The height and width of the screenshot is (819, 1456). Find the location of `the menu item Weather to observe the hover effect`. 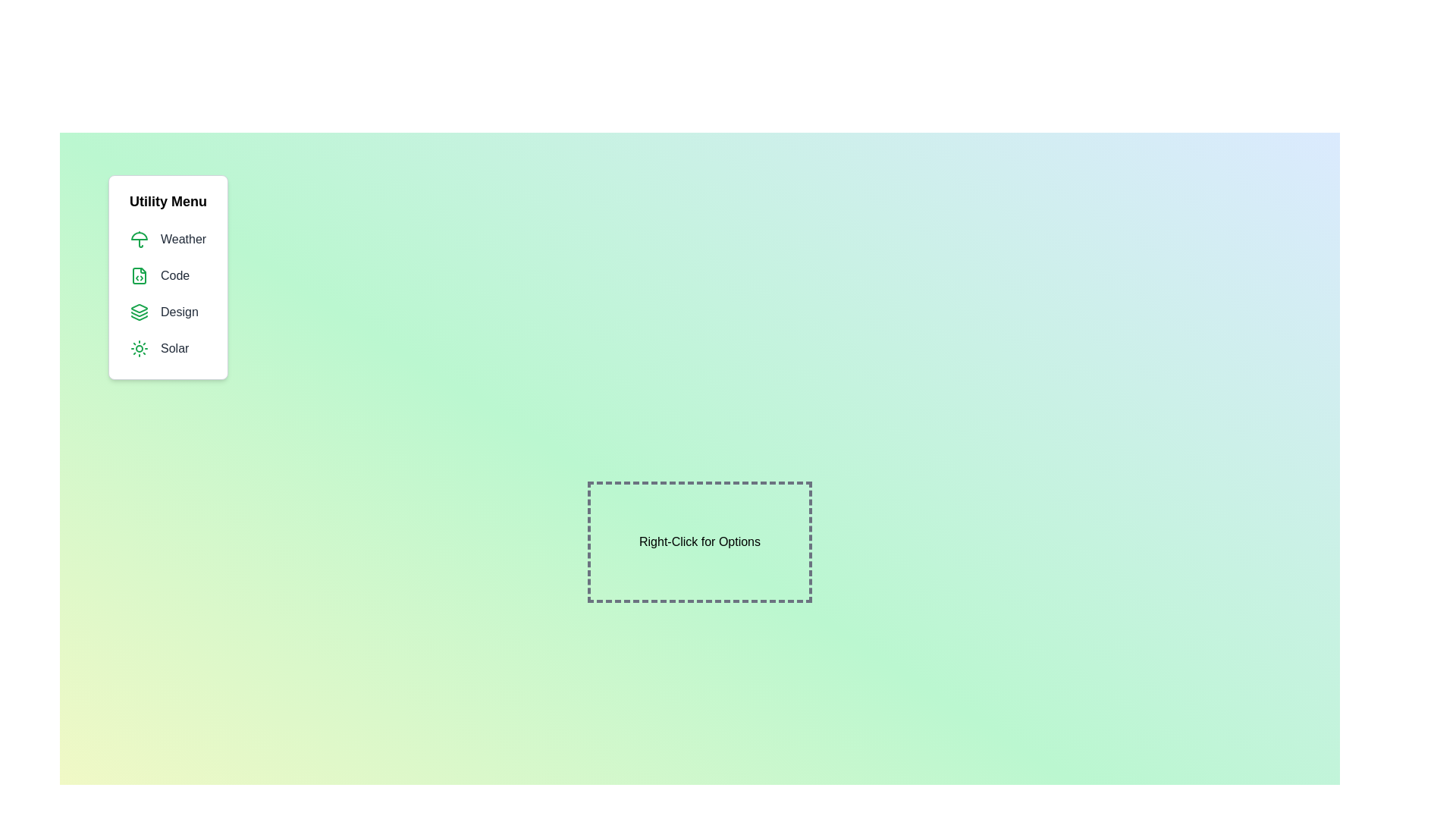

the menu item Weather to observe the hover effect is located at coordinates (168, 239).